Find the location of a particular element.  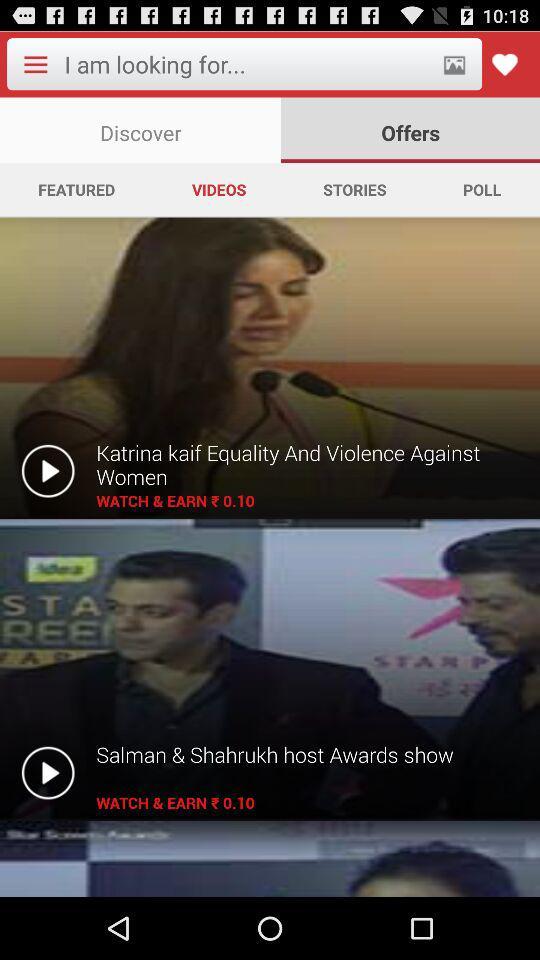

the icon next to videos app is located at coordinates (353, 189).